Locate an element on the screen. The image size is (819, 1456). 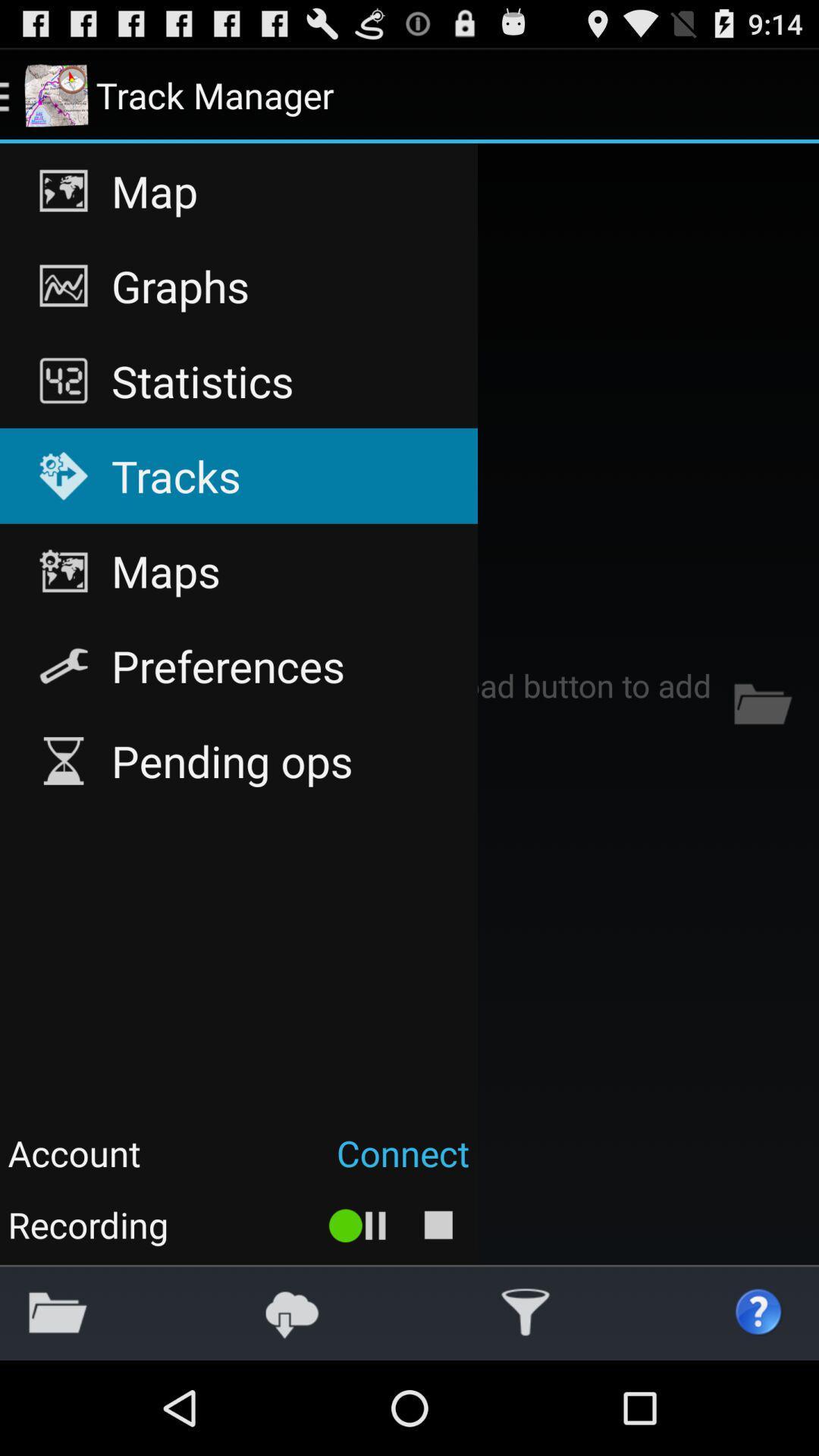
statistics item is located at coordinates (239, 381).